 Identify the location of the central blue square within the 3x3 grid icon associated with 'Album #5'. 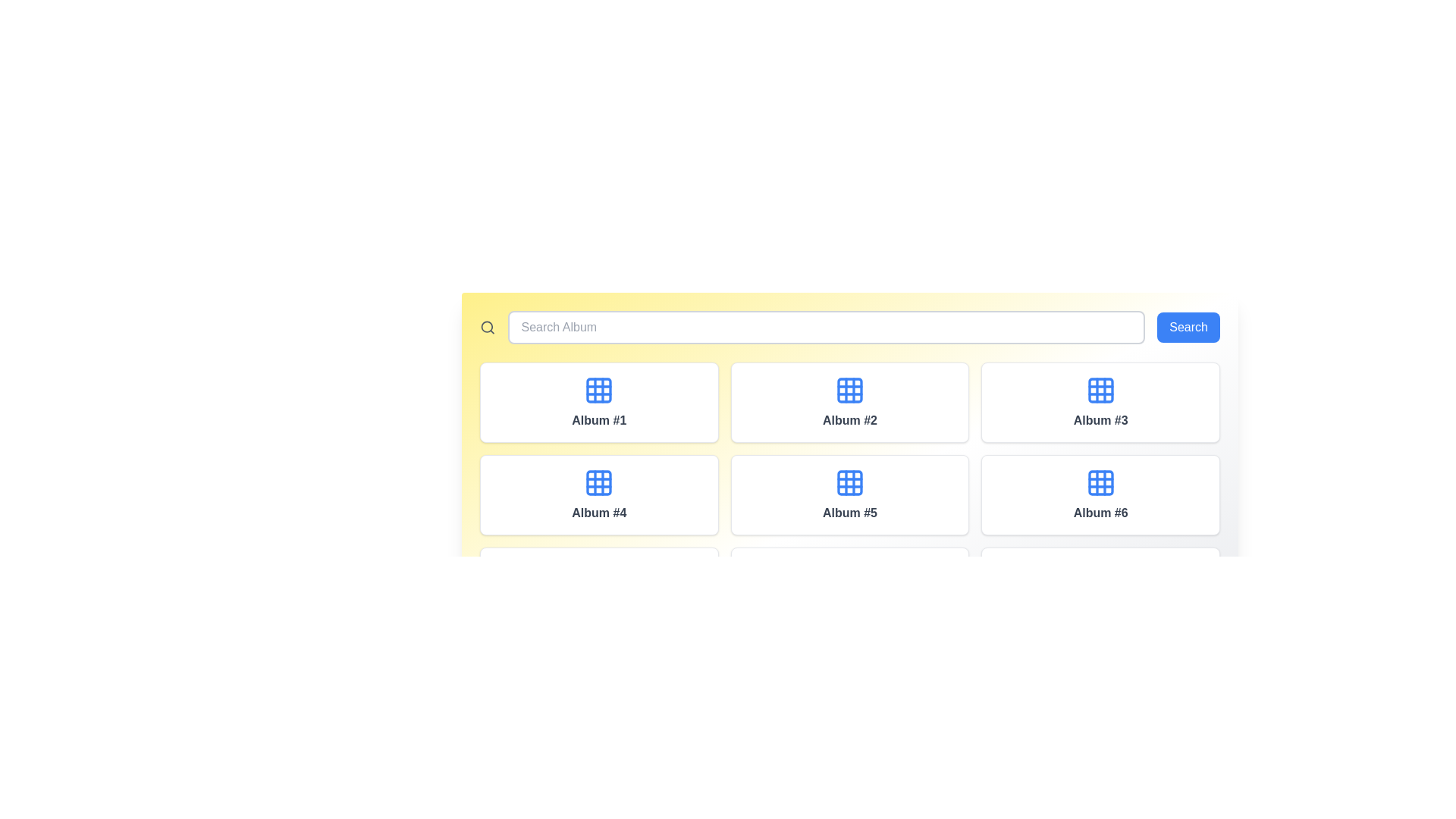
(849, 482).